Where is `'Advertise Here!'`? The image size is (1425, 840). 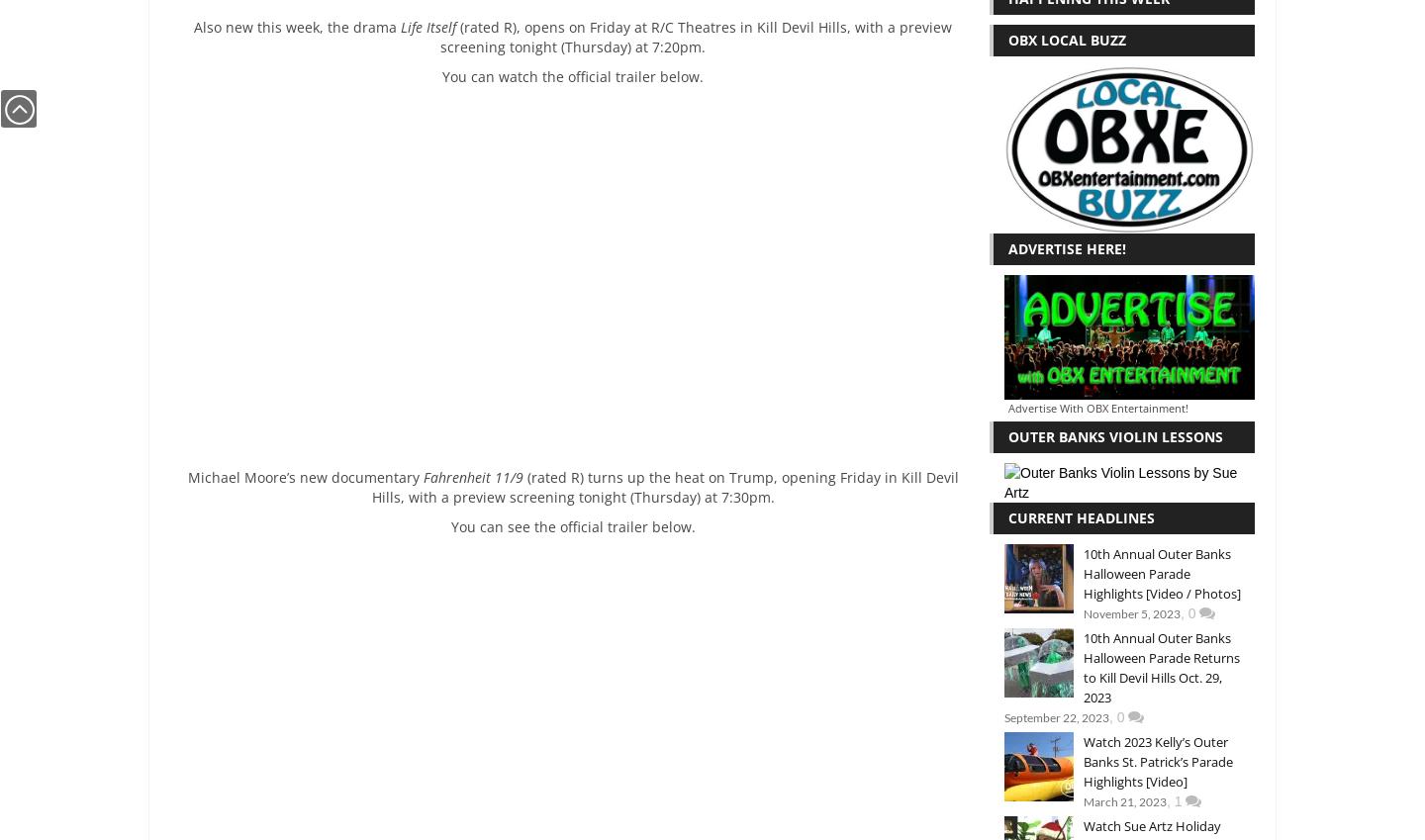
'Advertise Here!' is located at coordinates (1067, 247).